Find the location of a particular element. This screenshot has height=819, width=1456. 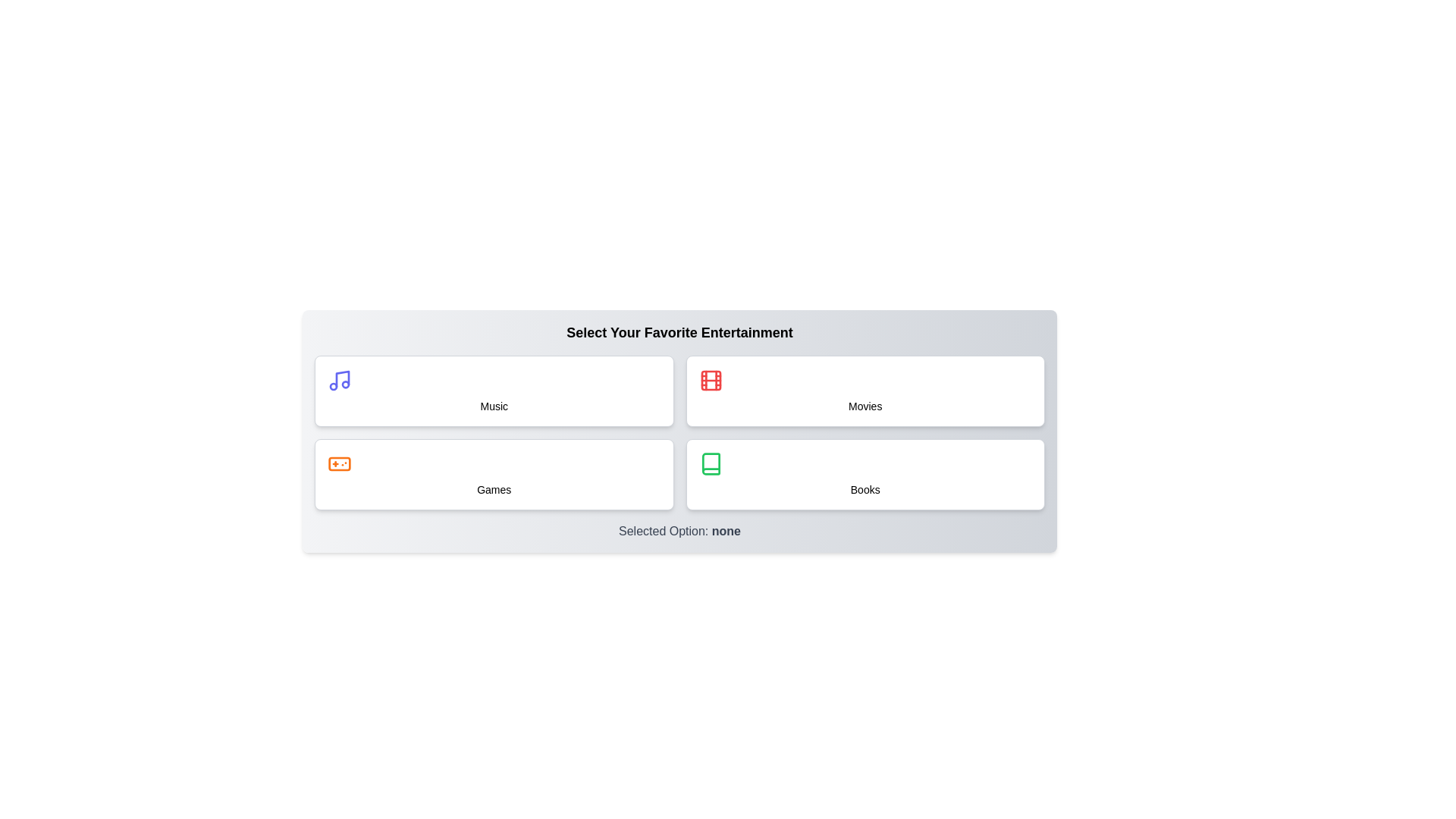

the button labeled Music is located at coordinates (494, 391).